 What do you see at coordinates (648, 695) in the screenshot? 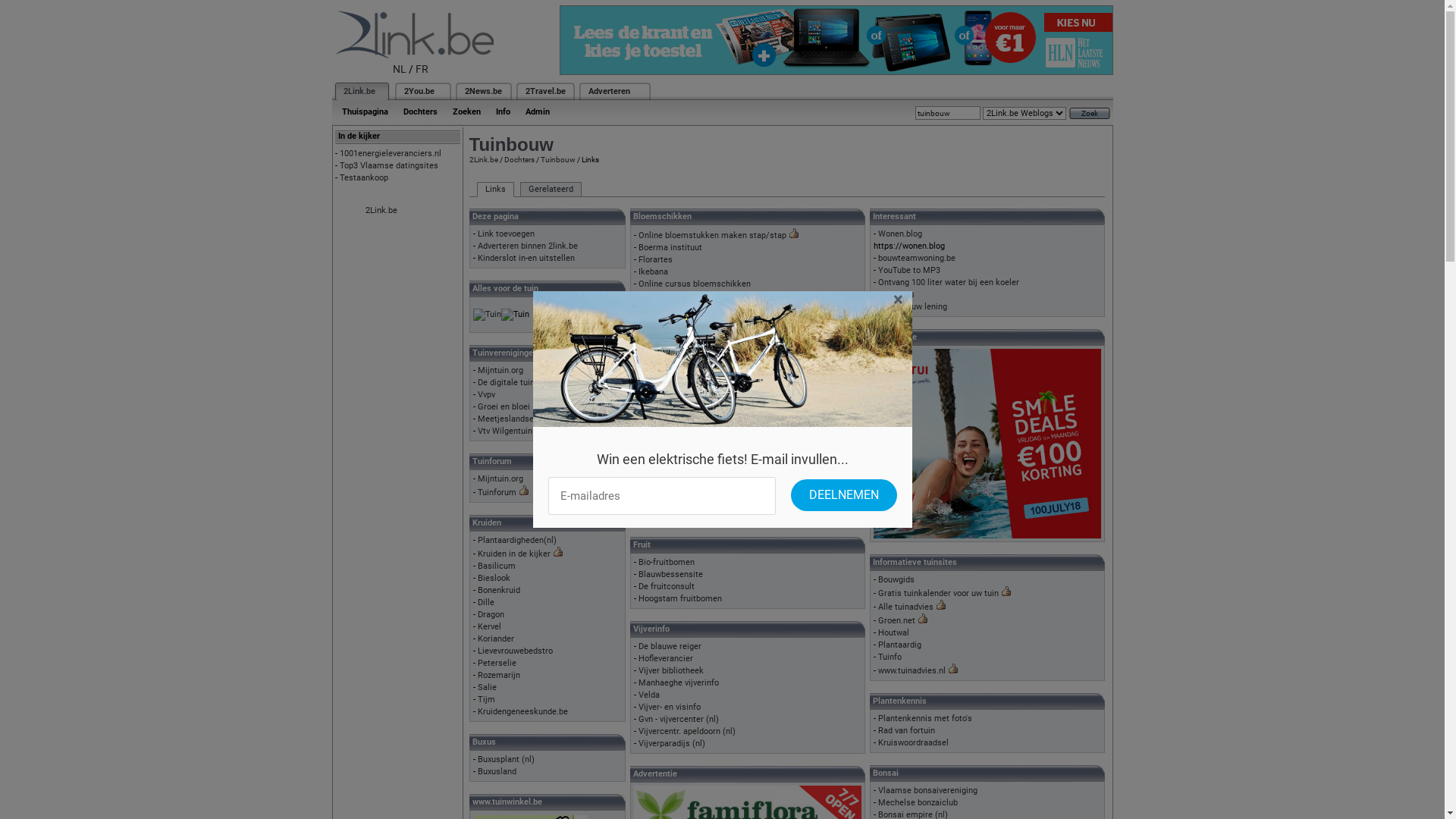
I see `'Velda'` at bounding box center [648, 695].